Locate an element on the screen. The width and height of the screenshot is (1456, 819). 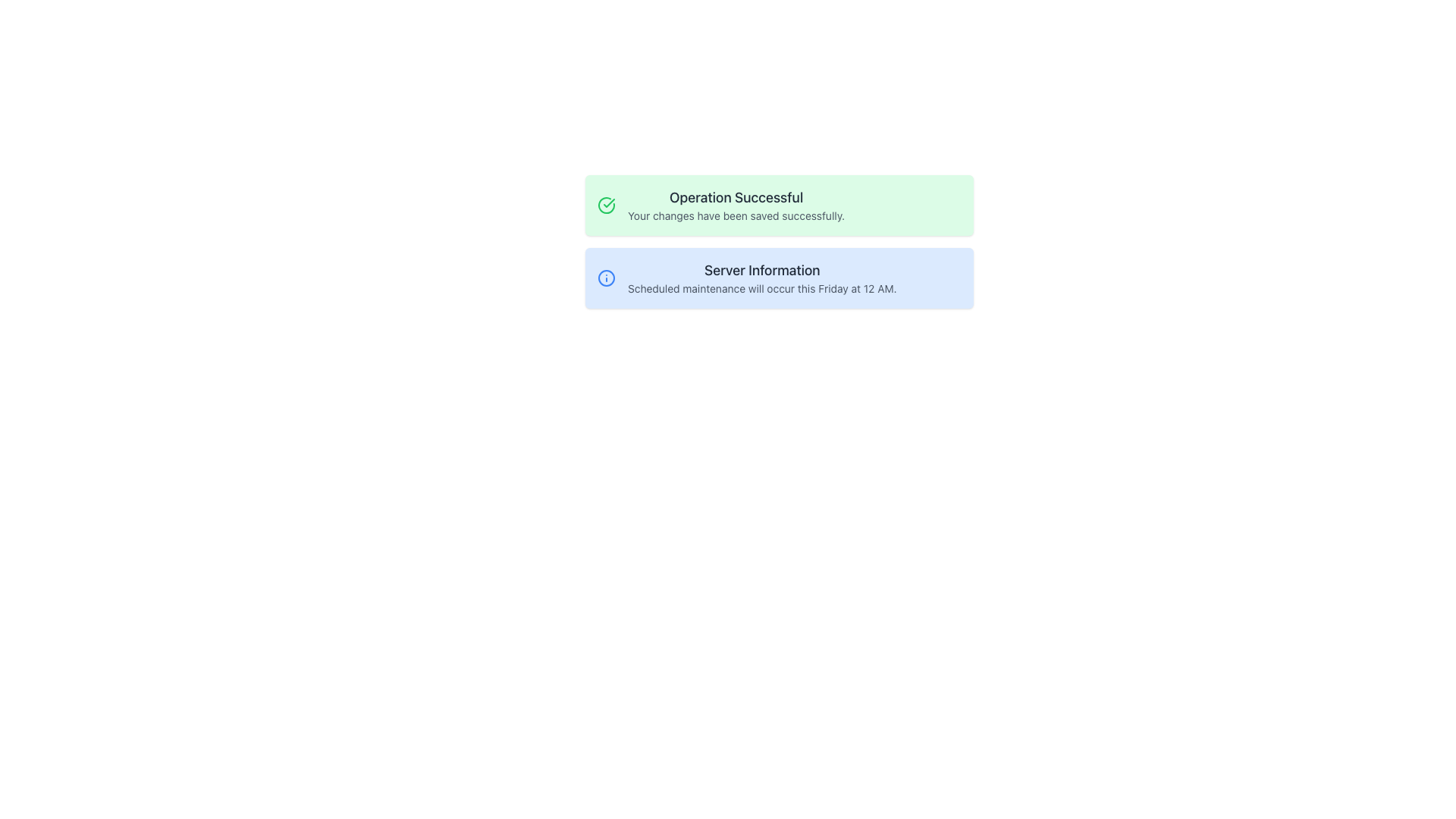
the circular green icon with a checkmark symbol that indicates a successful operation, located in the green notification panel next to the texts 'Operation Successful' and 'Your changes have been saved successfully' is located at coordinates (607, 205).